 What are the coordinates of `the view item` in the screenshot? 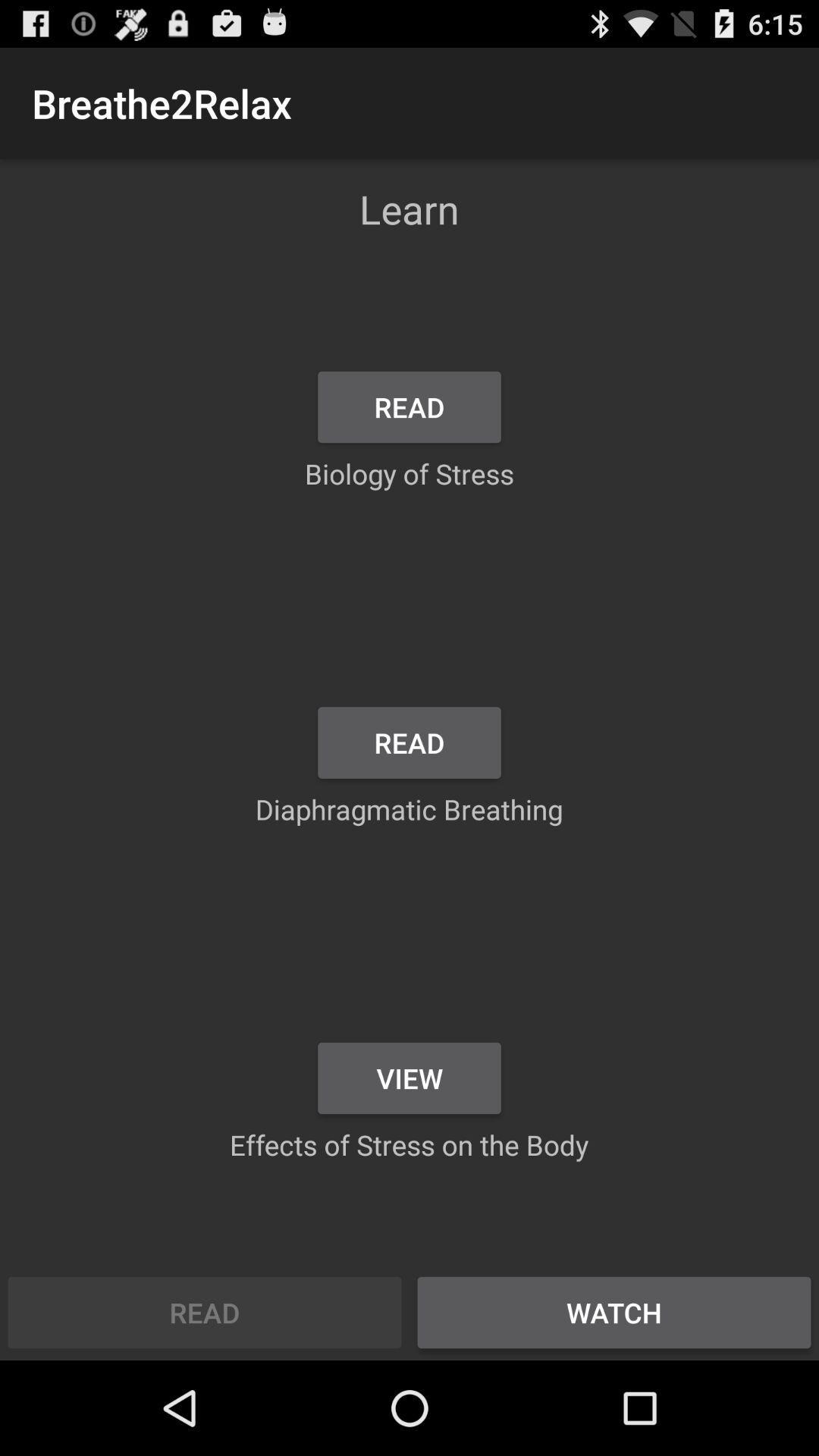 It's located at (409, 1077).